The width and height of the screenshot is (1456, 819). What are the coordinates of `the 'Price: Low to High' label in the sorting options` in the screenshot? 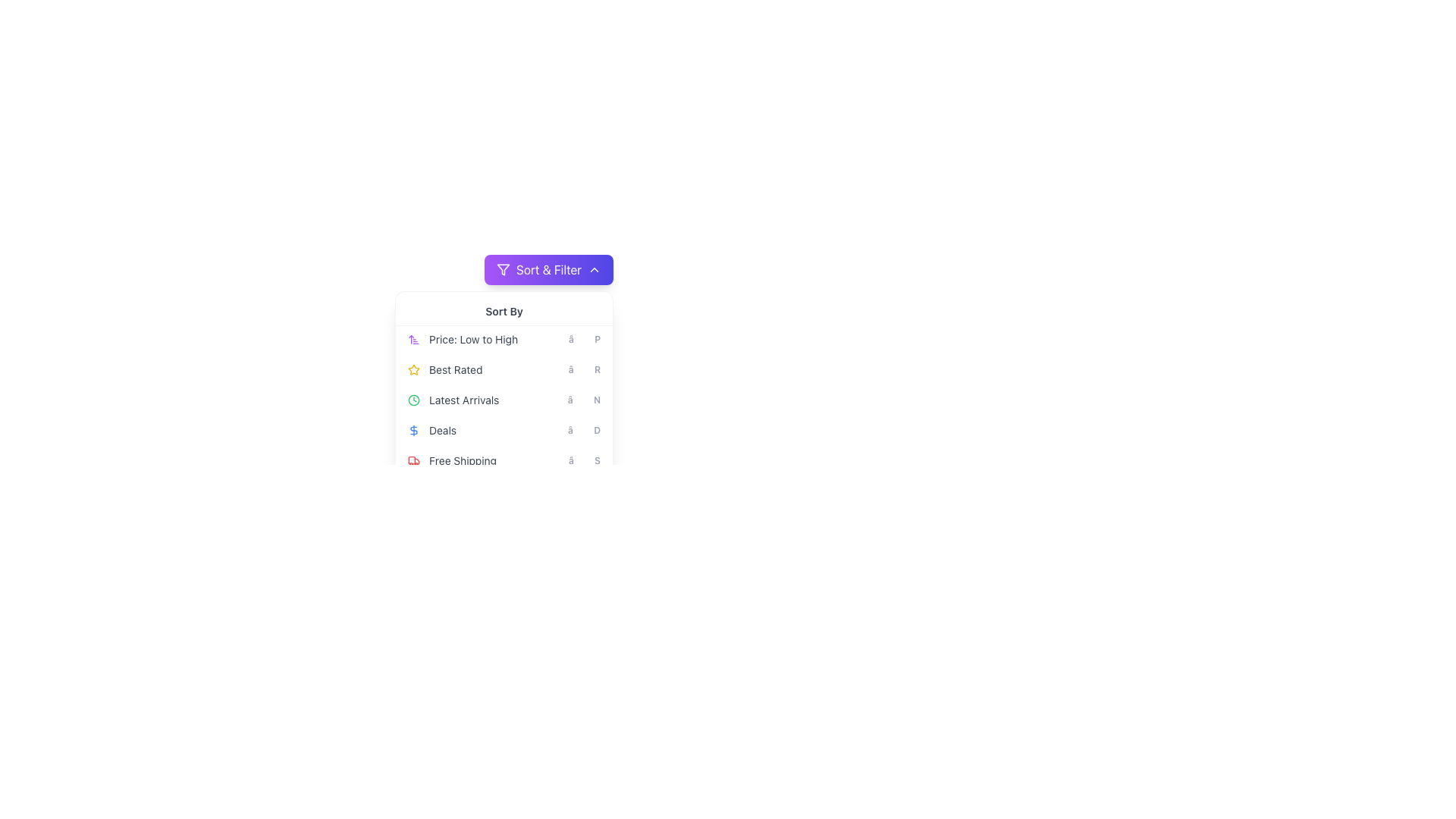 It's located at (472, 338).